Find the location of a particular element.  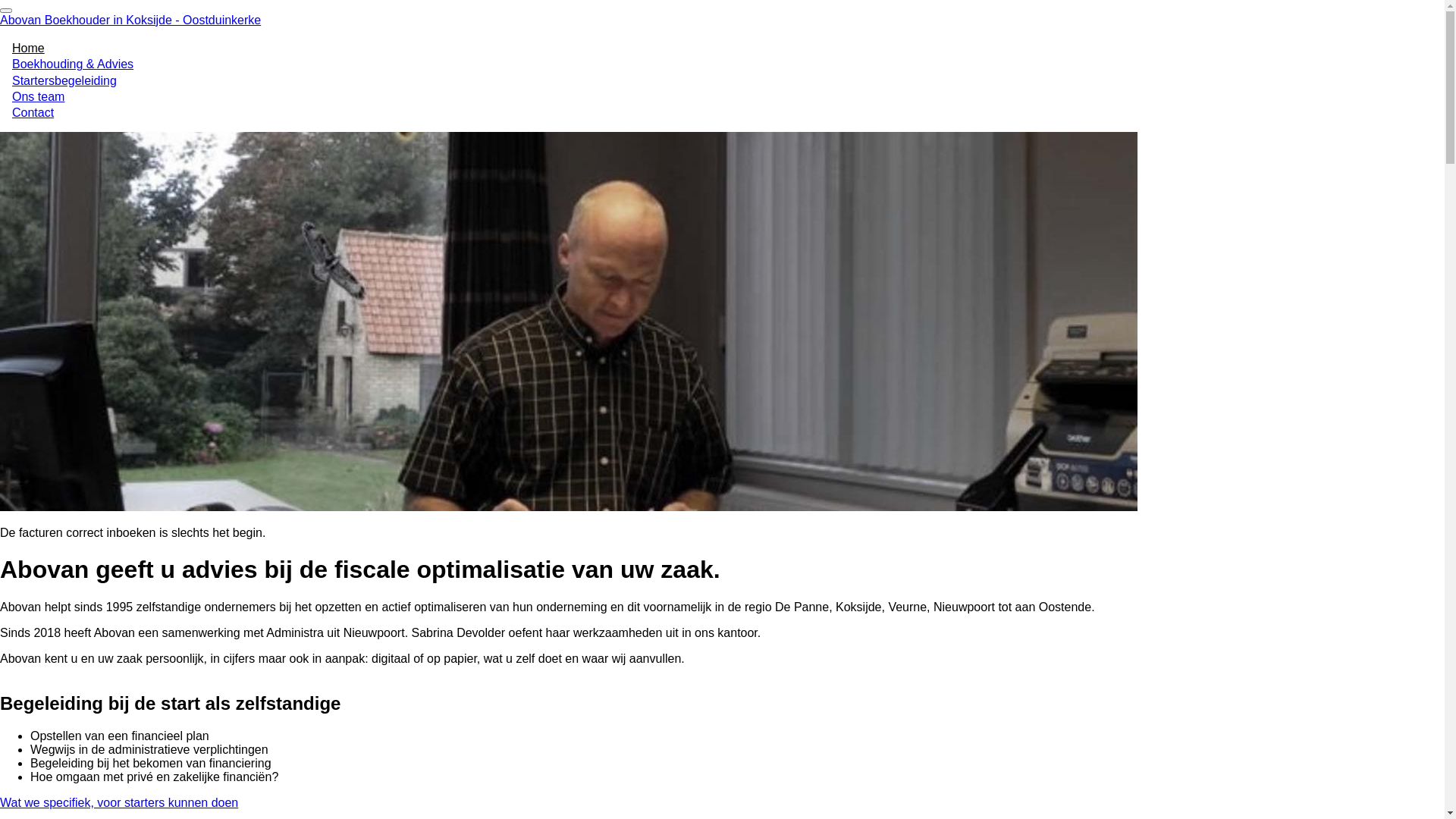

'Contact' is located at coordinates (11, 111).